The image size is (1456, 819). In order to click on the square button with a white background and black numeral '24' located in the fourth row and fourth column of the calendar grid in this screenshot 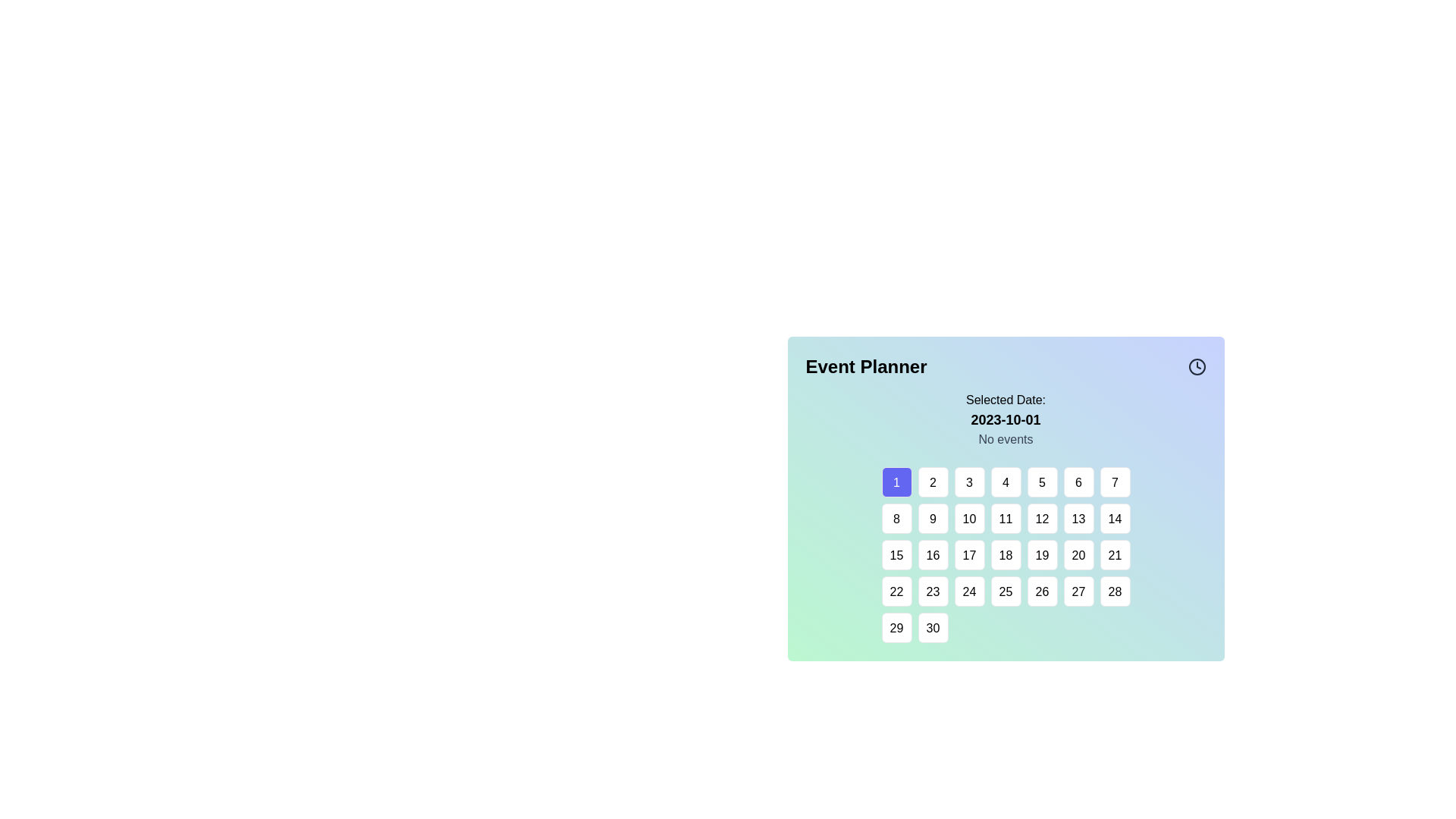, I will do `click(968, 590)`.